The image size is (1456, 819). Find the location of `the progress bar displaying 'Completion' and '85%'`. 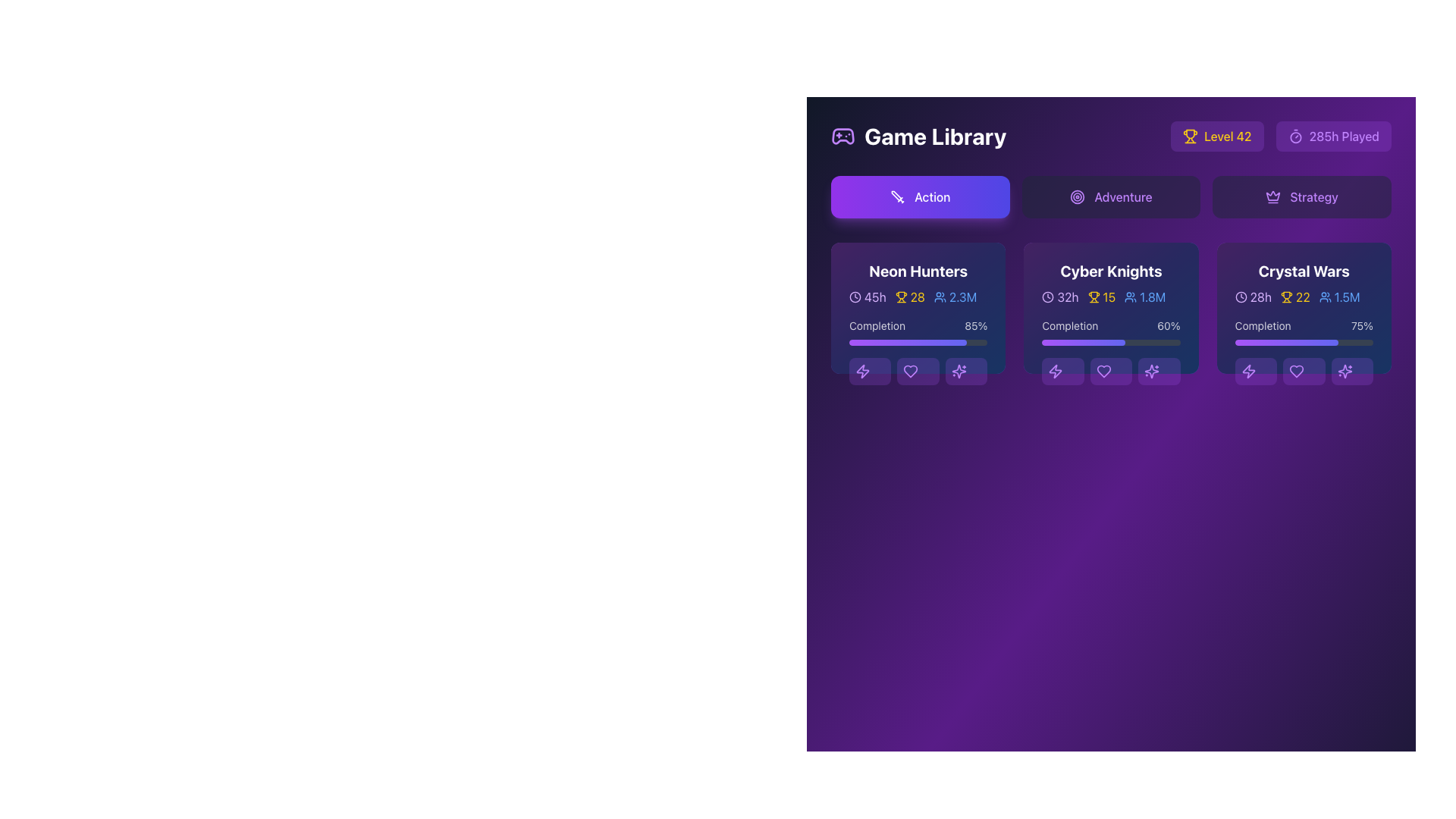

the progress bar displaying 'Completion' and '85%' is located at coordinates (918, 351).